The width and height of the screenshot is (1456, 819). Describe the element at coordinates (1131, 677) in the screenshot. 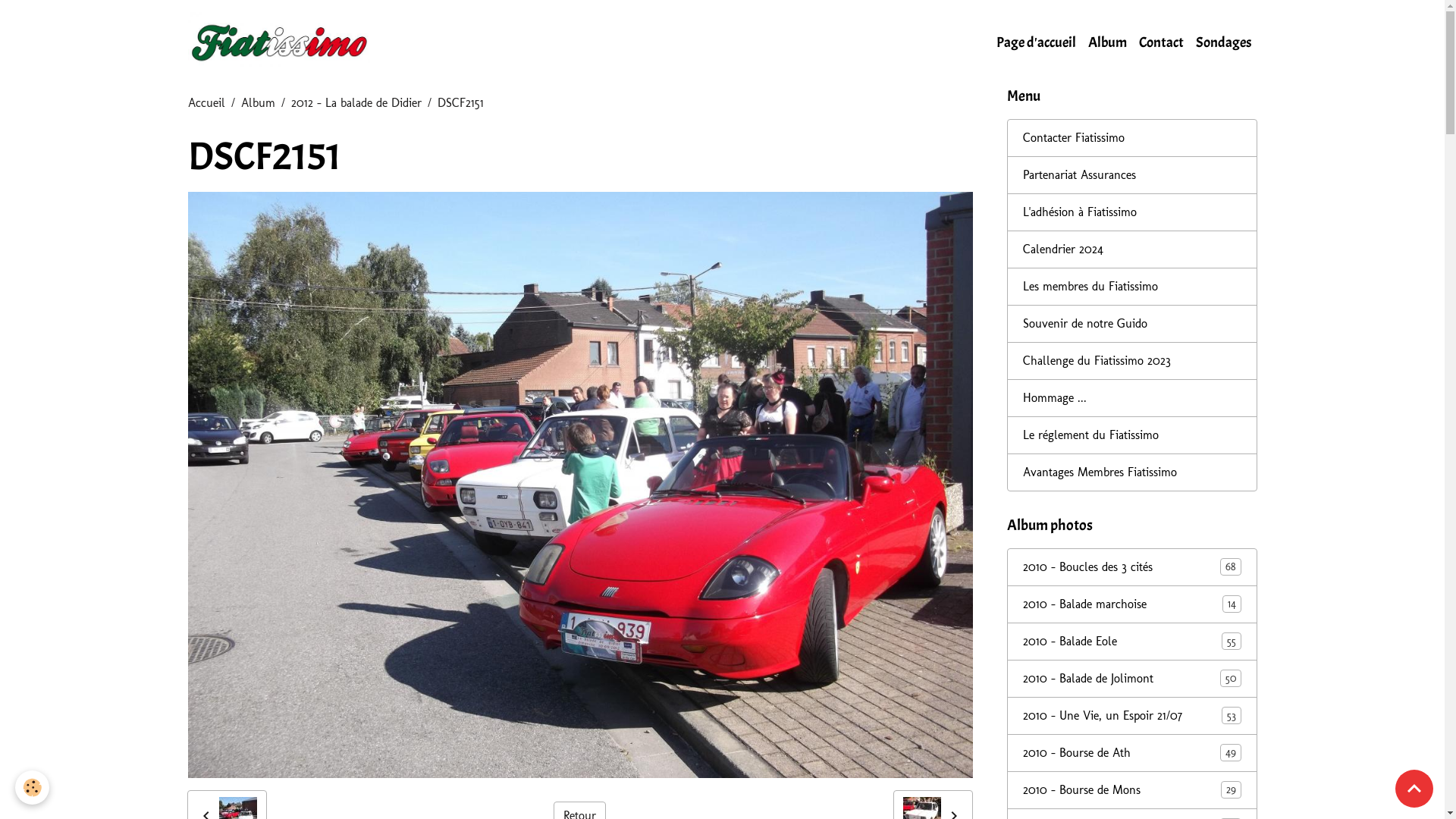

I see `'2010 - Balade de Jolimont` at that location.